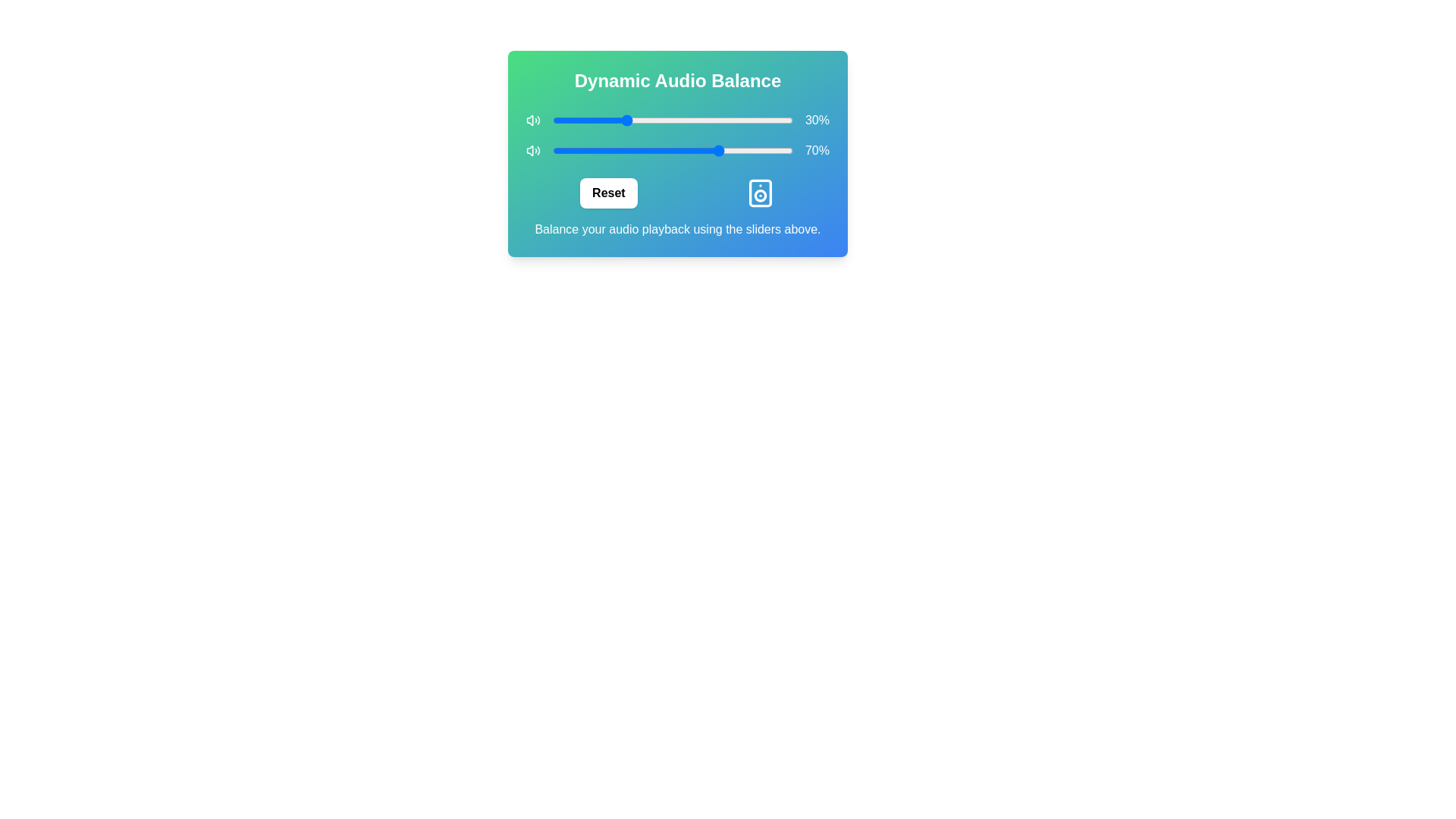 The height and width of the screenshot is (819, 1456). What do you see at coordinates (760, 192) in the screenshot?
I see `the speaker icon, which is depicted in white on a blue gradient background and is located to the right of the 'Reset' button` at bounding box center [760, 192].